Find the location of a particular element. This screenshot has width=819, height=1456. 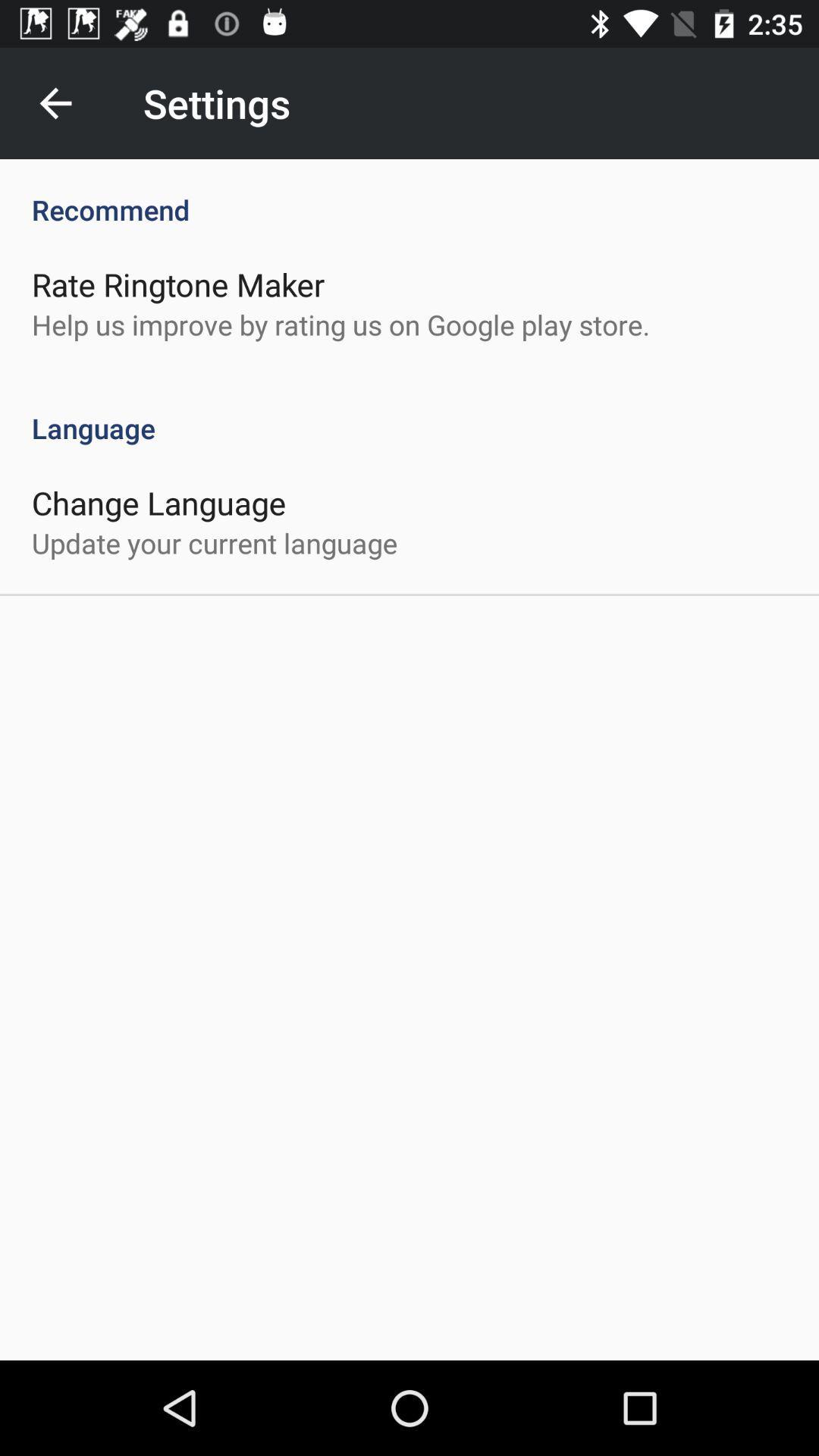

icon above rate ringtone maker icon is located at coordinates (409, 193).